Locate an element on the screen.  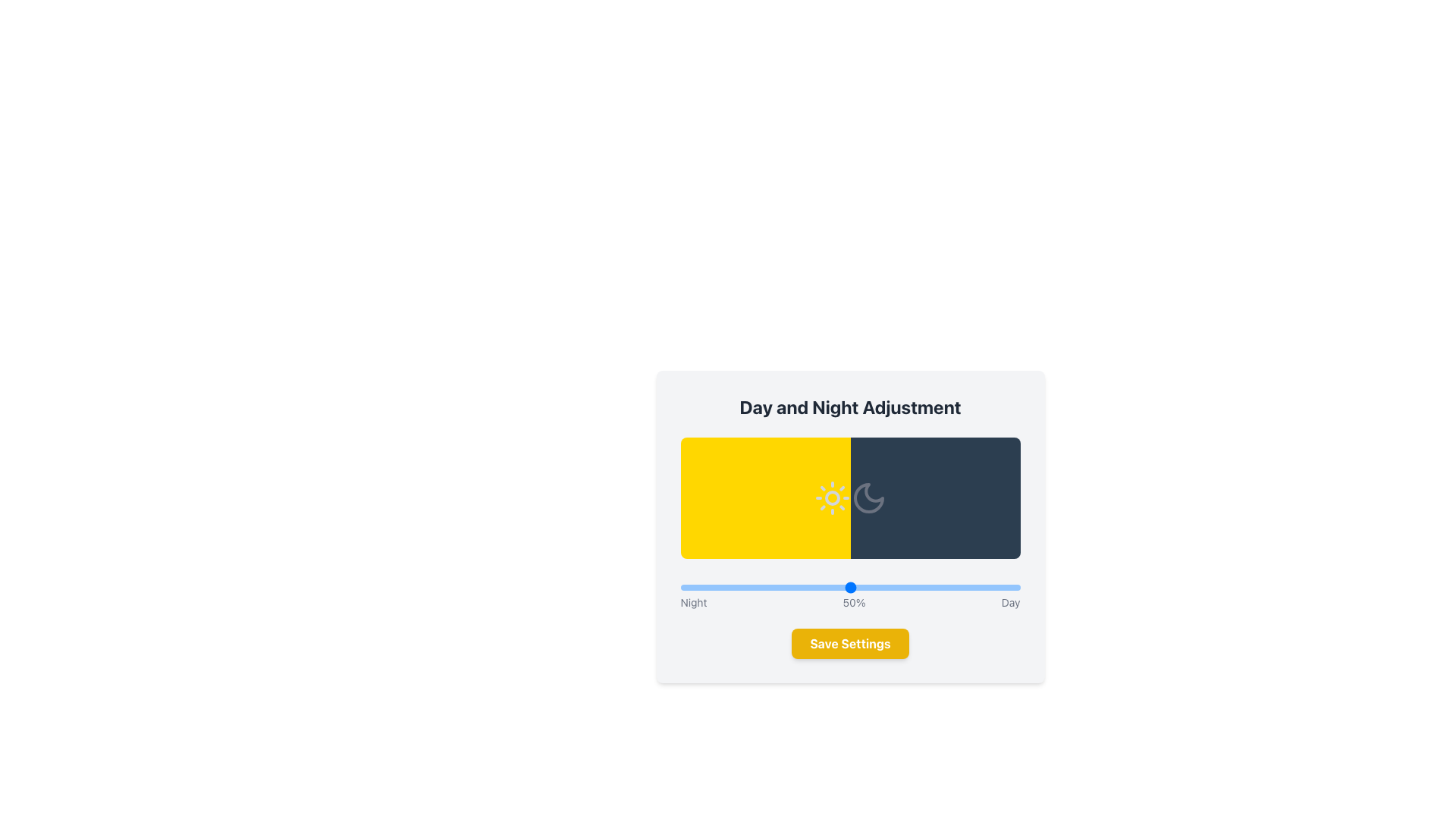
the day-night adjustment is located at coordinates (752, 587).